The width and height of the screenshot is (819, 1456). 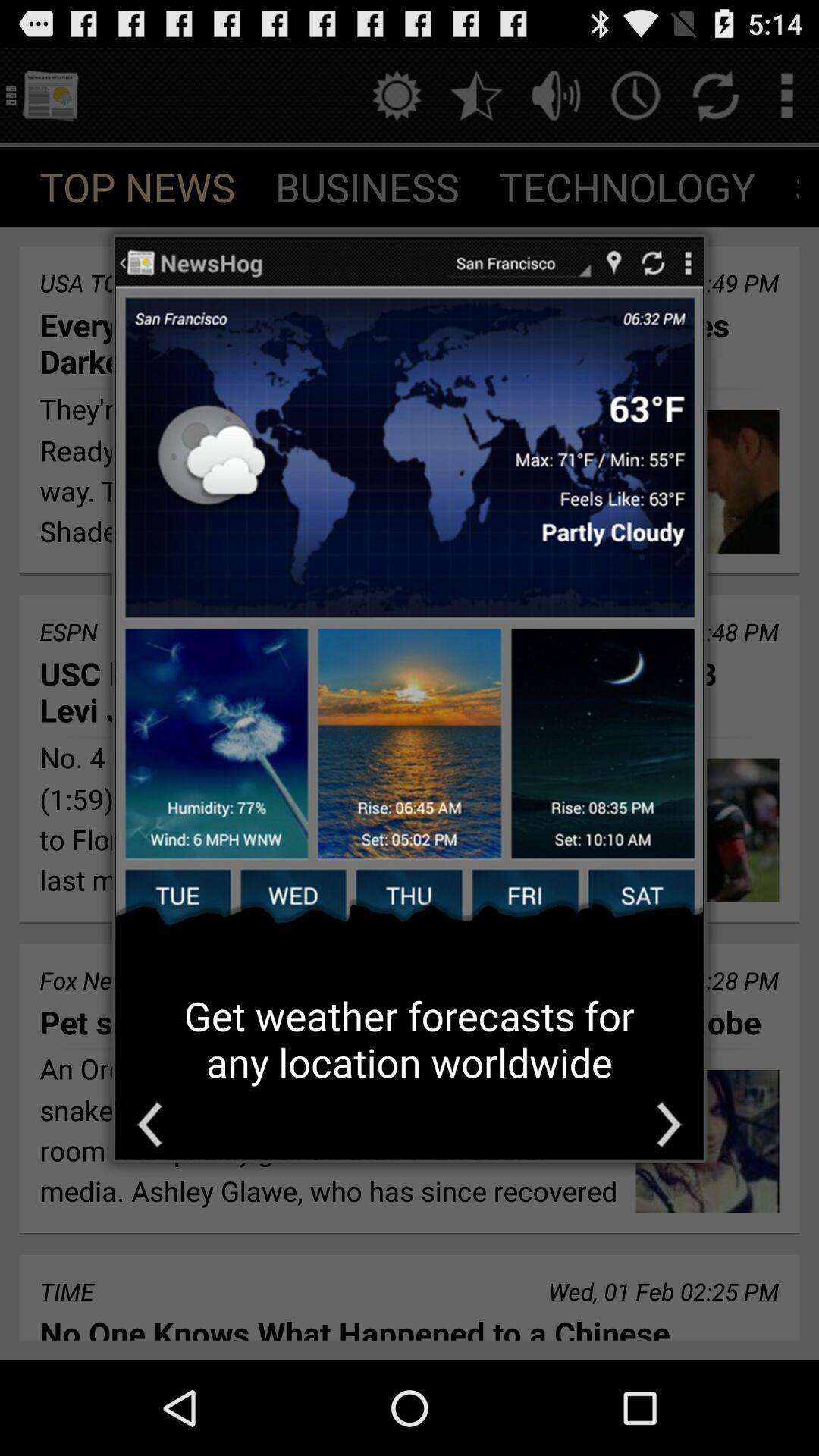 I want to click on go bacl, so click(x=149, y=1125).